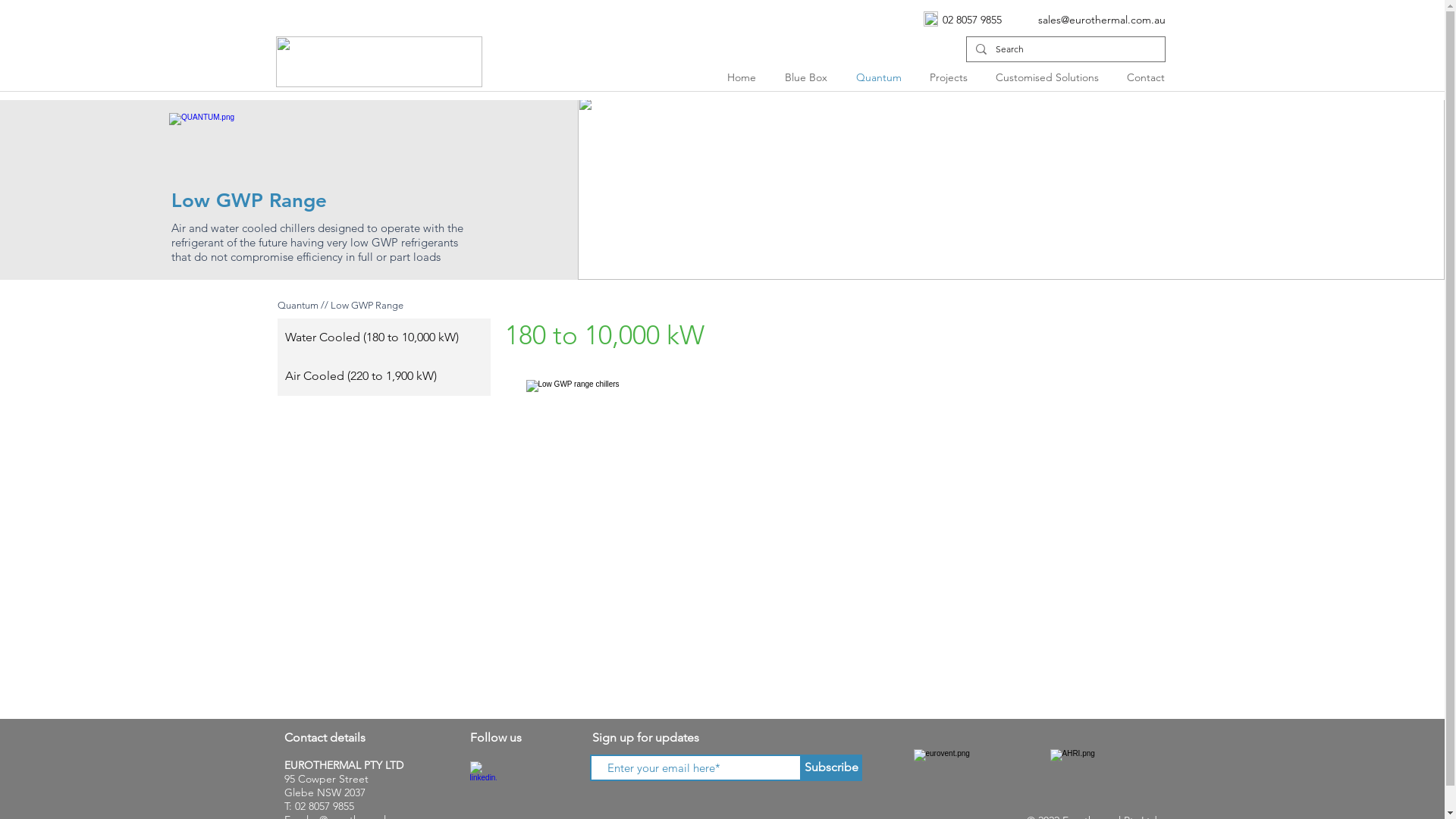  What do you see at coordinates (1049, 77) in the screenshot?
I see `'Customised Solutions'` at bounding box center [1049, 77].